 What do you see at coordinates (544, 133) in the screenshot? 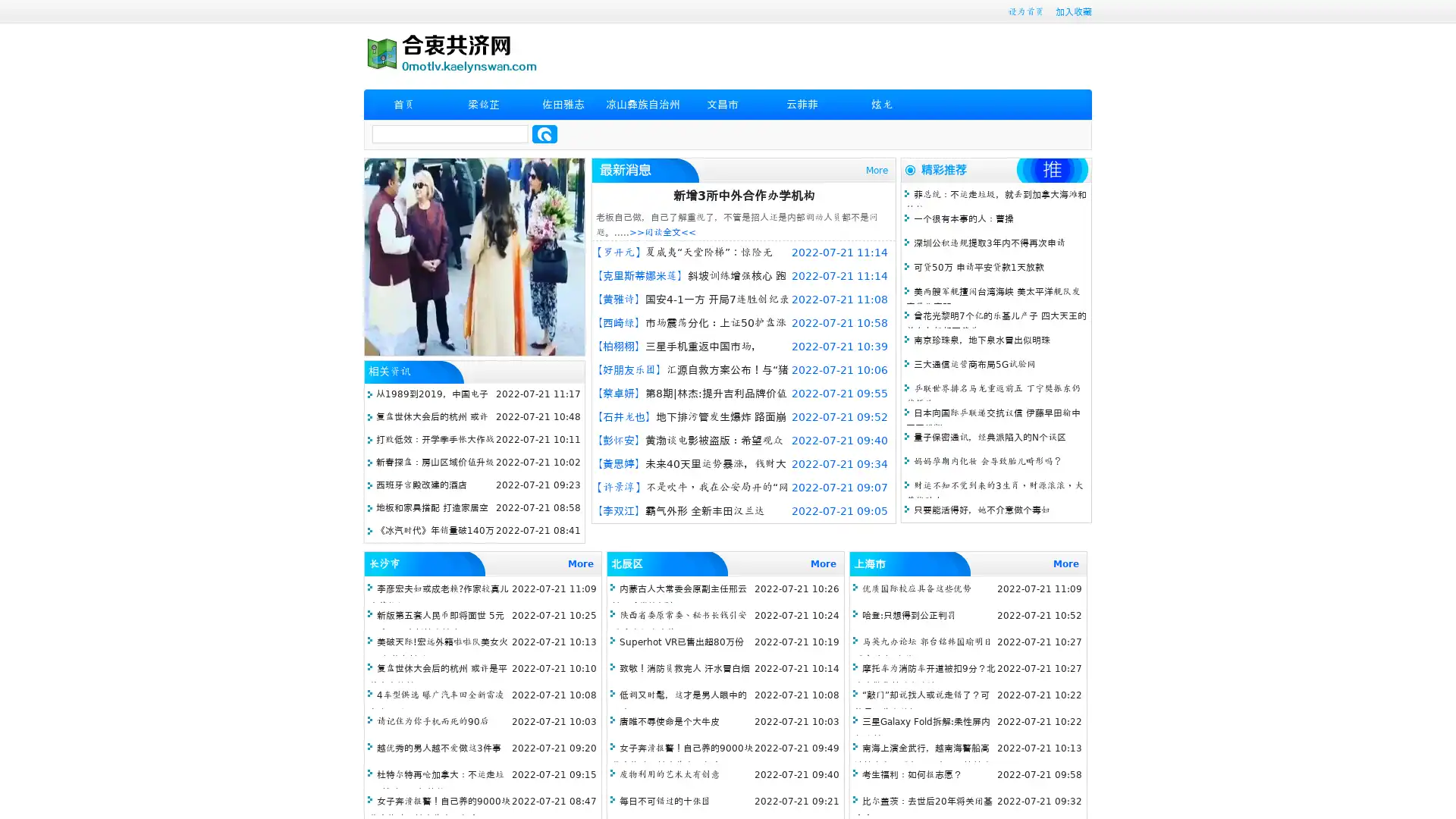
I see `Search` at bounding box center [544, 133].